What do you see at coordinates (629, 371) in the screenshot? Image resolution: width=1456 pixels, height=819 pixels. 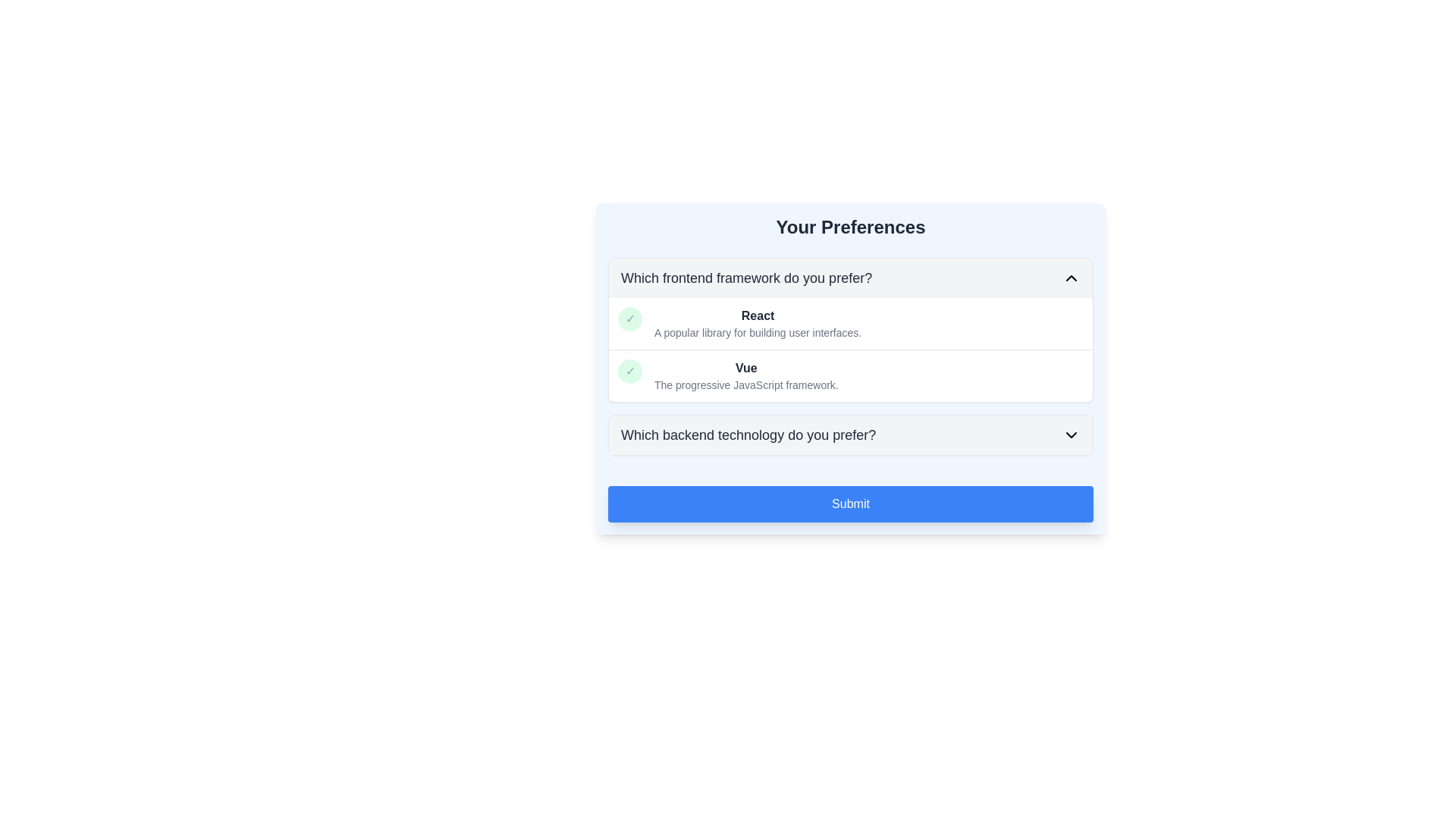 I see `the checkmark icon styled in light gray, located inside a green circular background` at bounding box center [629, 371].